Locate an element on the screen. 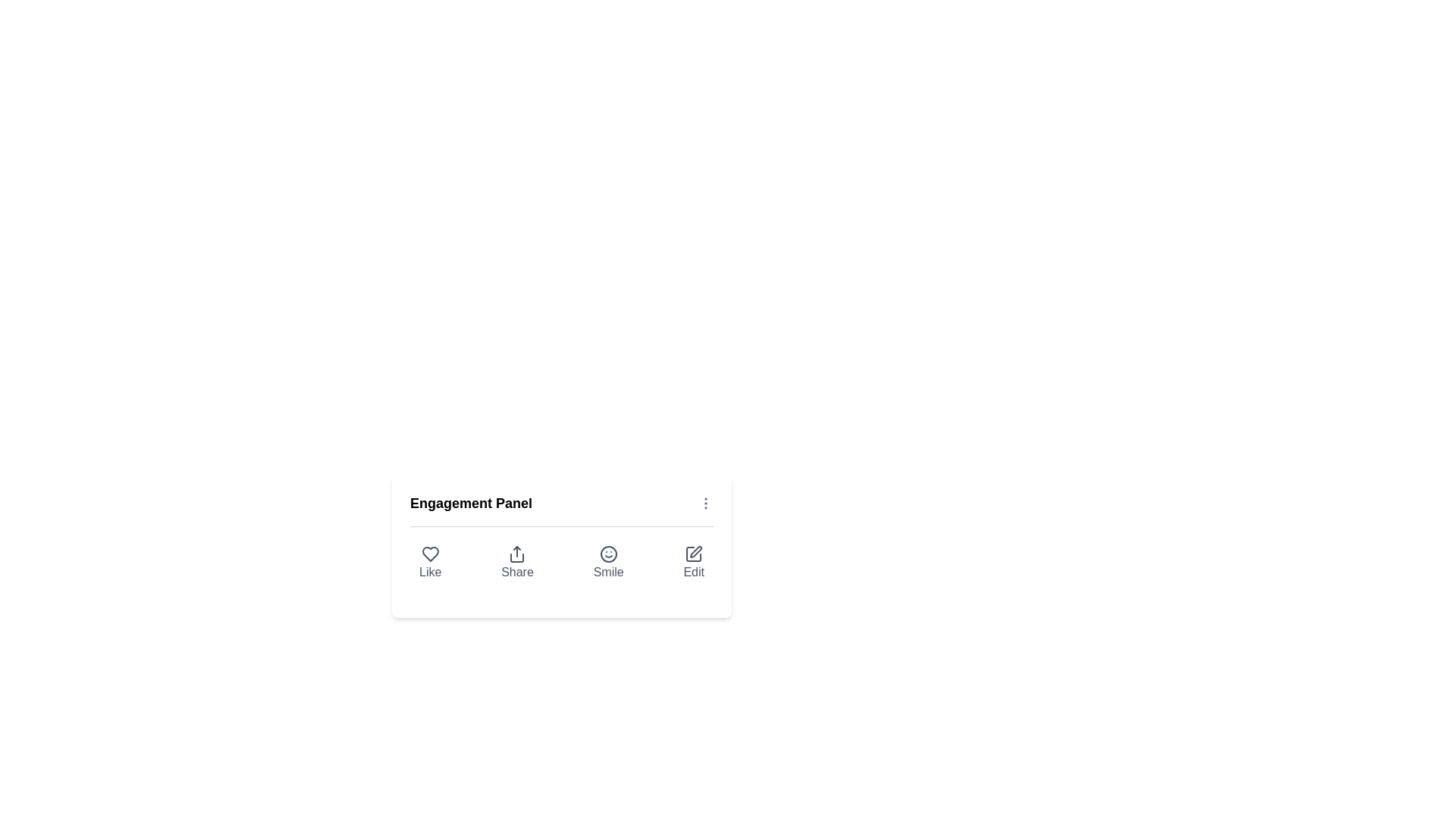 The height and width of the screenshot is (819, 1456). the smiley face button labeled 'Smile' to change its color from gray to blue is located at coordinates (608, 563).